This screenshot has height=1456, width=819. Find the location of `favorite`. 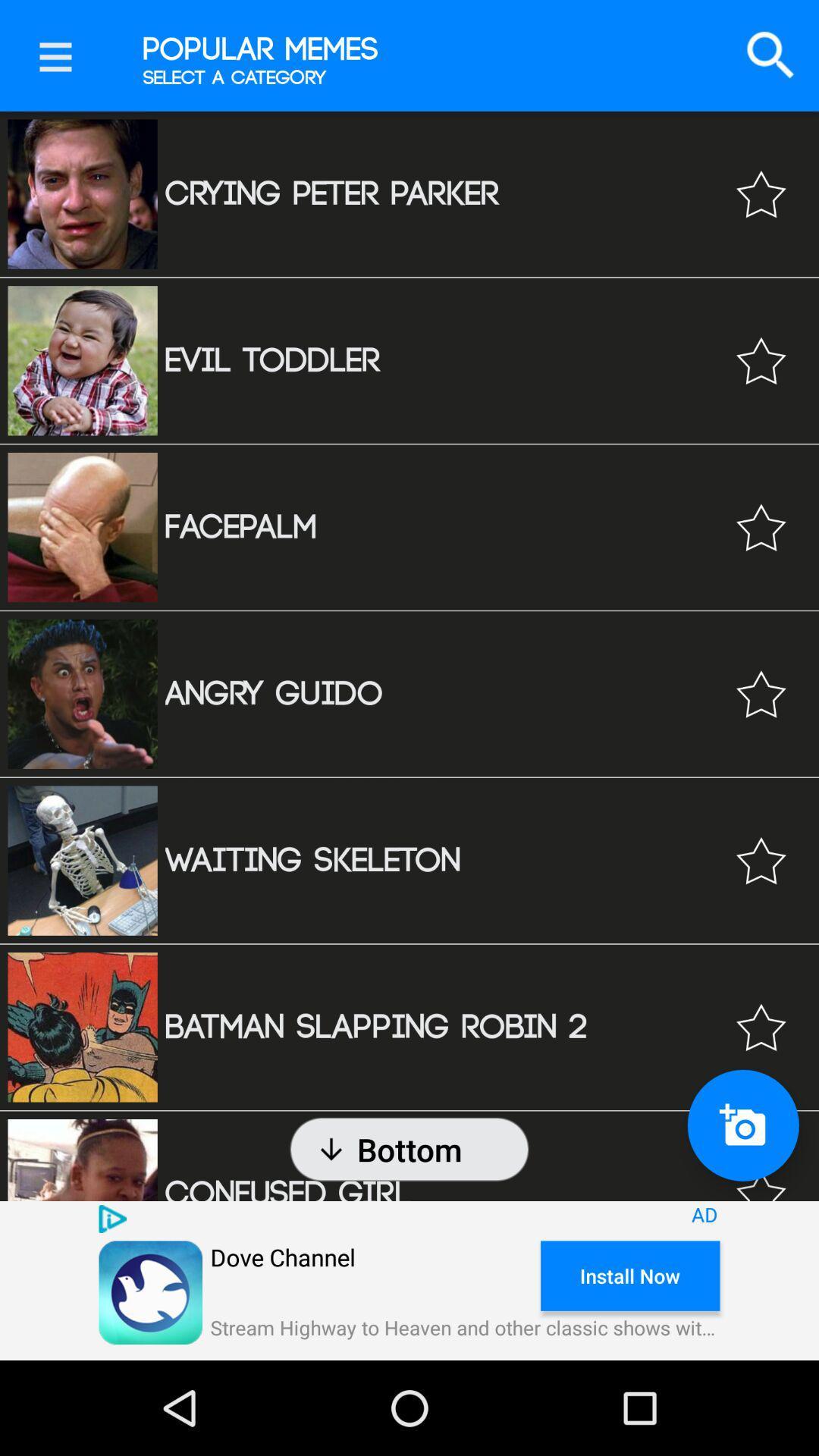

favorite is located at coordinates (761, 861).